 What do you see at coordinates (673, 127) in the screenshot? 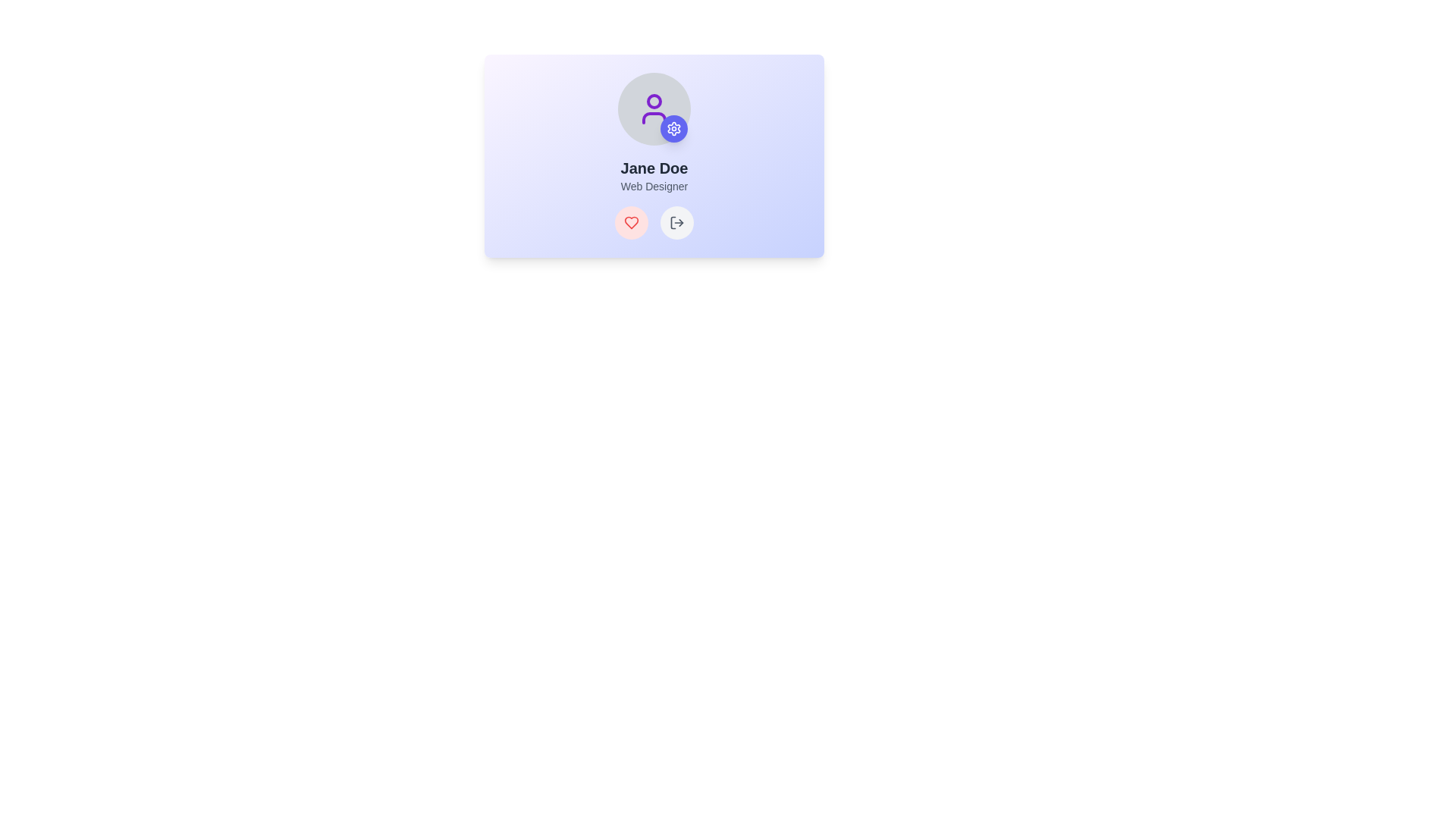
I see `the settings button located in the bottom-right corner of the circular avatar` at bounding box center [673, 127].